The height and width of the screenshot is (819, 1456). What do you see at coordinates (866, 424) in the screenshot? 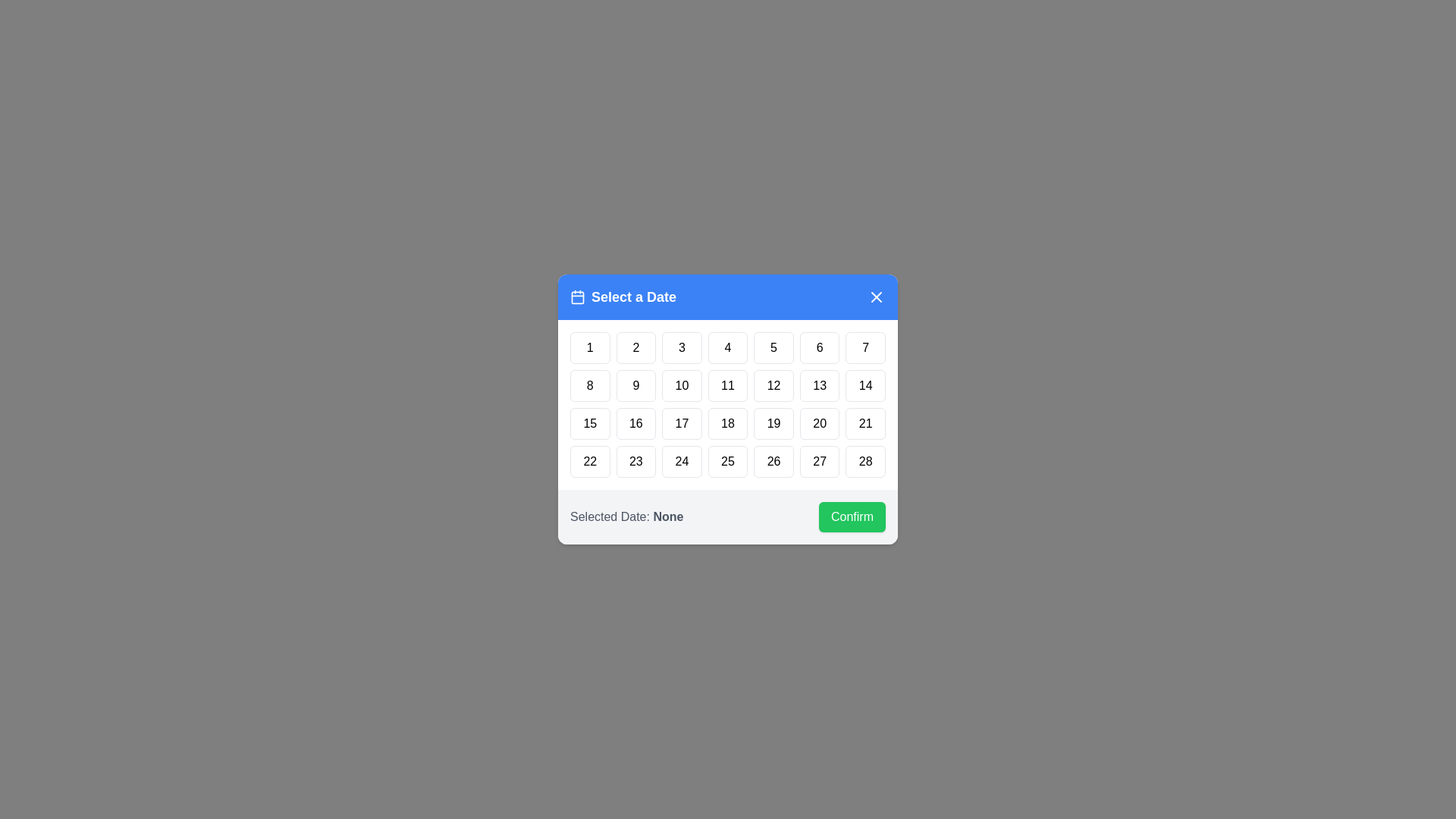
I see `the button representing the day 21 to select that date` at bounding box center [866, 424].